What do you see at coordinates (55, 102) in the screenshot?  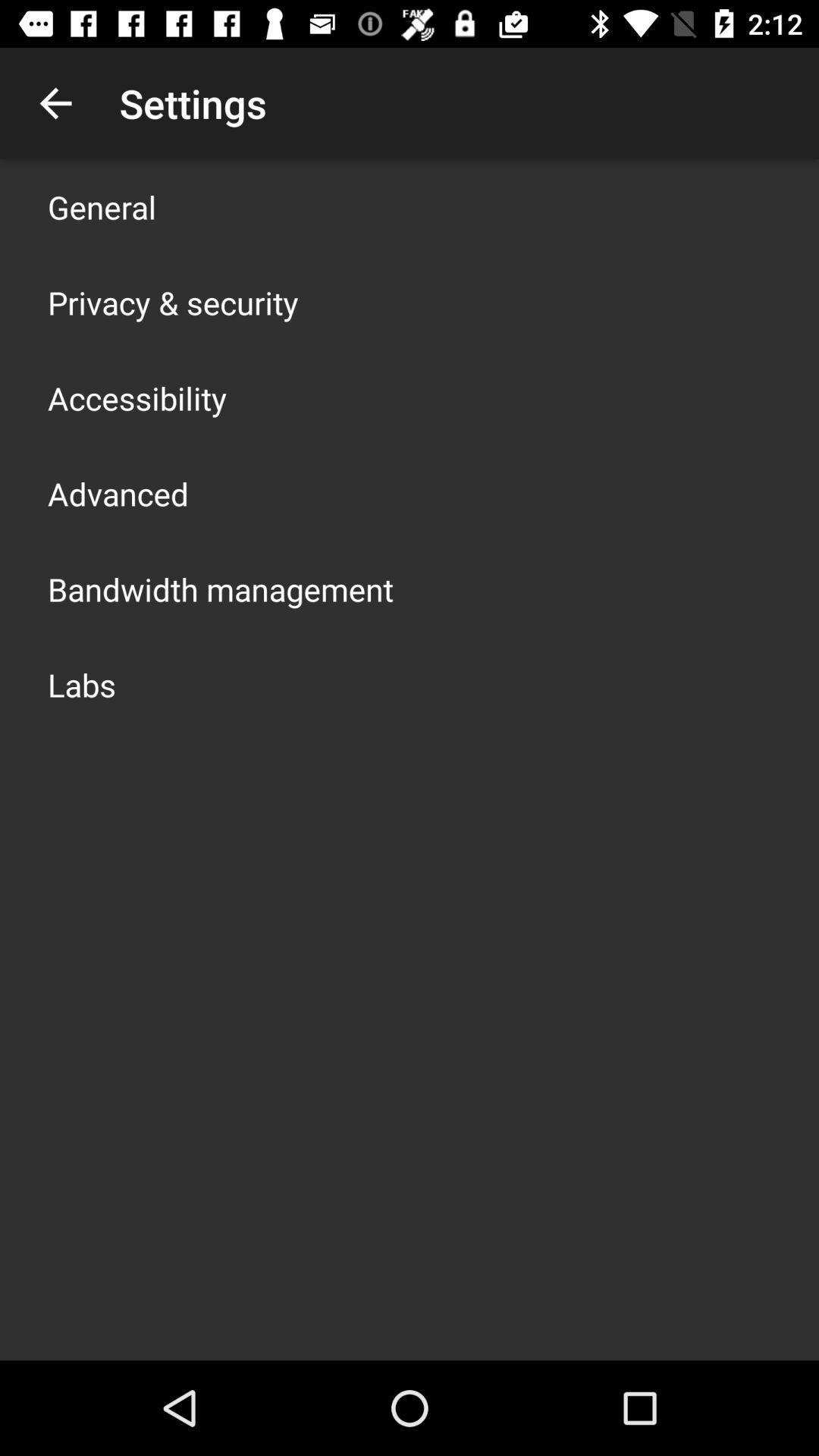 I see `the item next to the settings icon` at bounding box center [55, 102].